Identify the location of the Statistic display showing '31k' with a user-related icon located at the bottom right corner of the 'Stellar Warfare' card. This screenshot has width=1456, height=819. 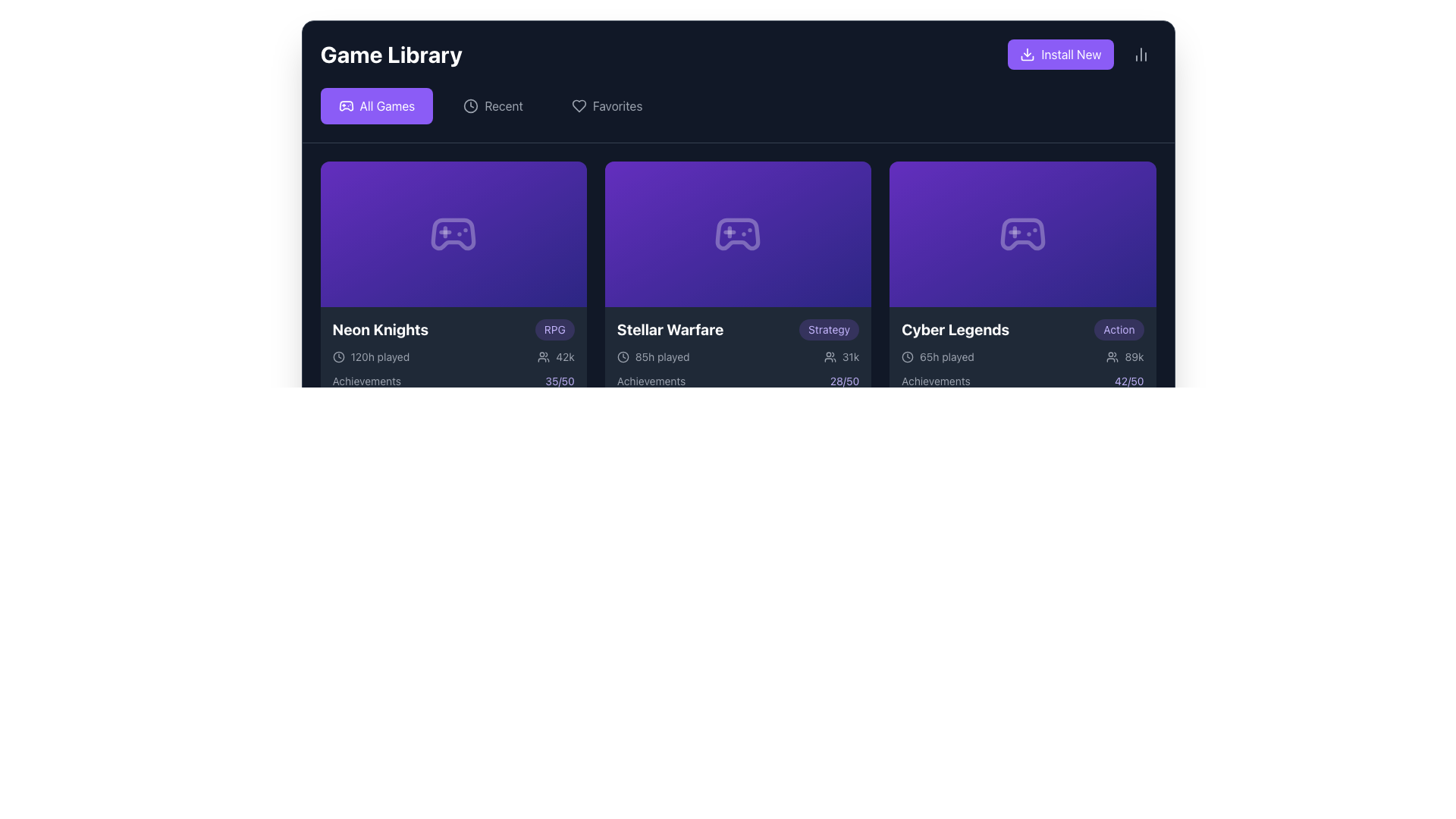
(840, 356).